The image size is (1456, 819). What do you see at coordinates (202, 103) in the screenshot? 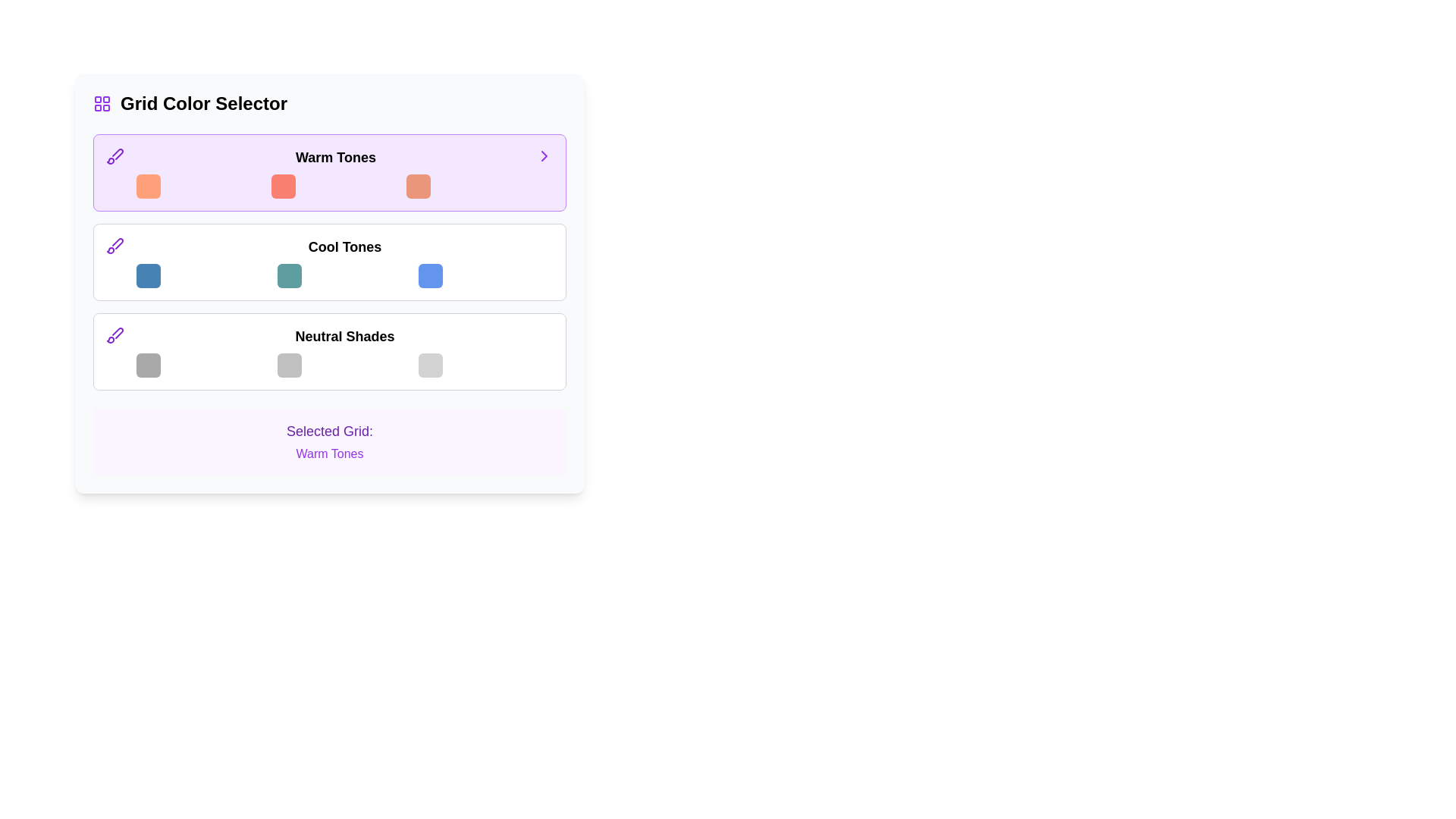
I see `the 'Grid Color Selector' text label, which is styled with bold, large typography and serves as the title for its associated grouping of elements` at bounding box center [202, 103].